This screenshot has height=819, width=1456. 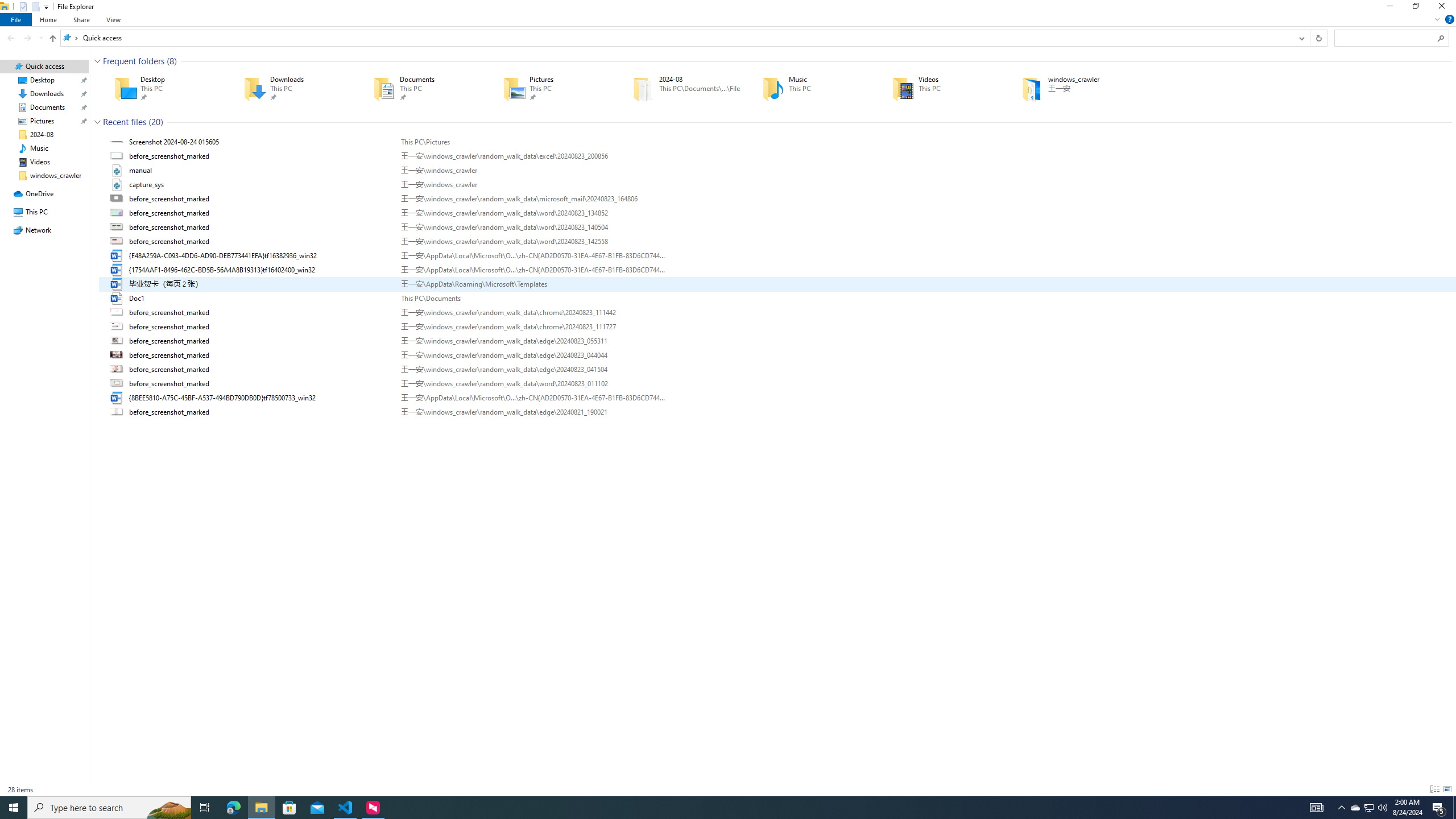 I want to click on 'windows_crawler', so click(x=1069, y=88).